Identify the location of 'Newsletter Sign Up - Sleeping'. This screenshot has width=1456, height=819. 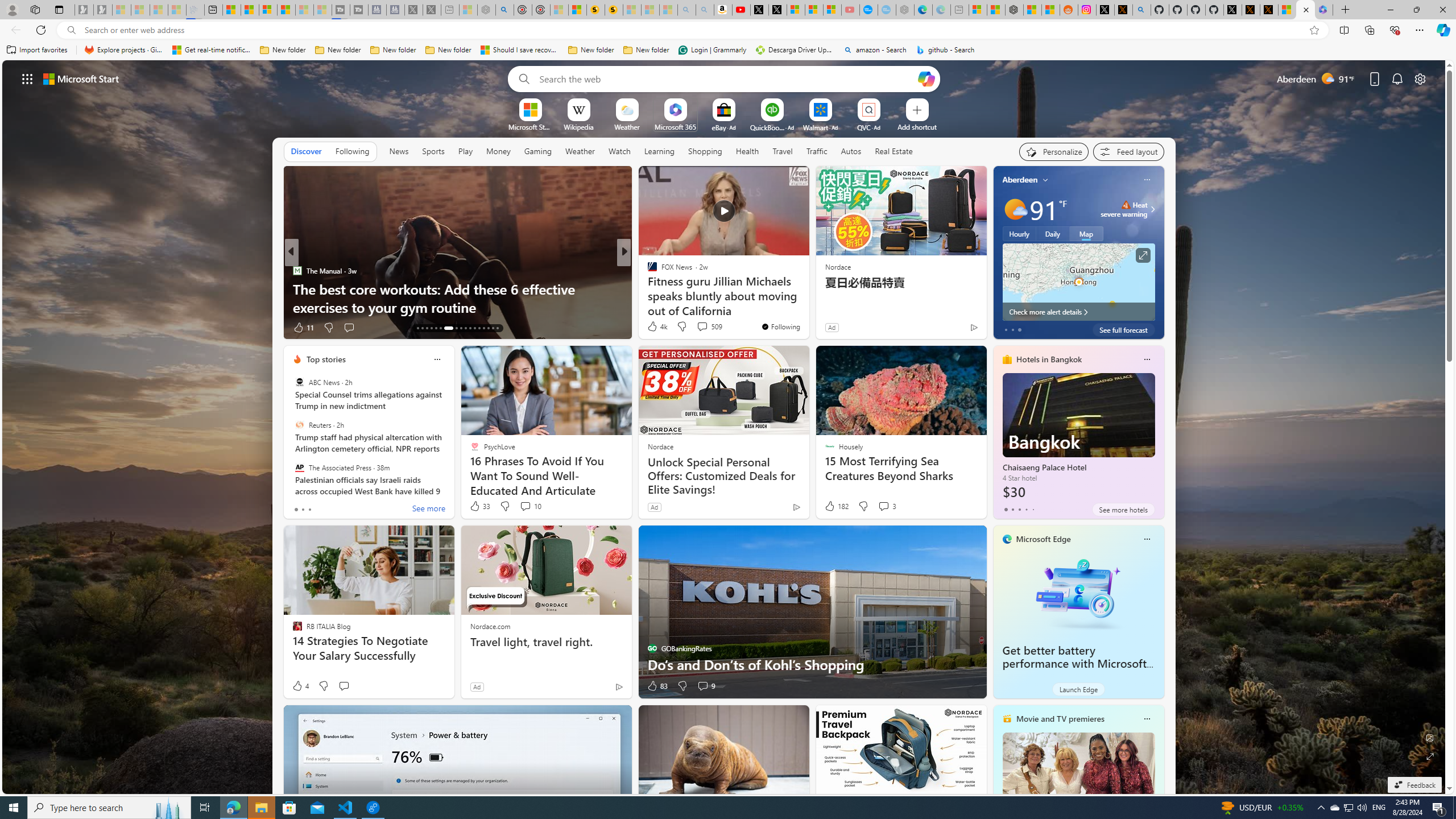
(102, 9).